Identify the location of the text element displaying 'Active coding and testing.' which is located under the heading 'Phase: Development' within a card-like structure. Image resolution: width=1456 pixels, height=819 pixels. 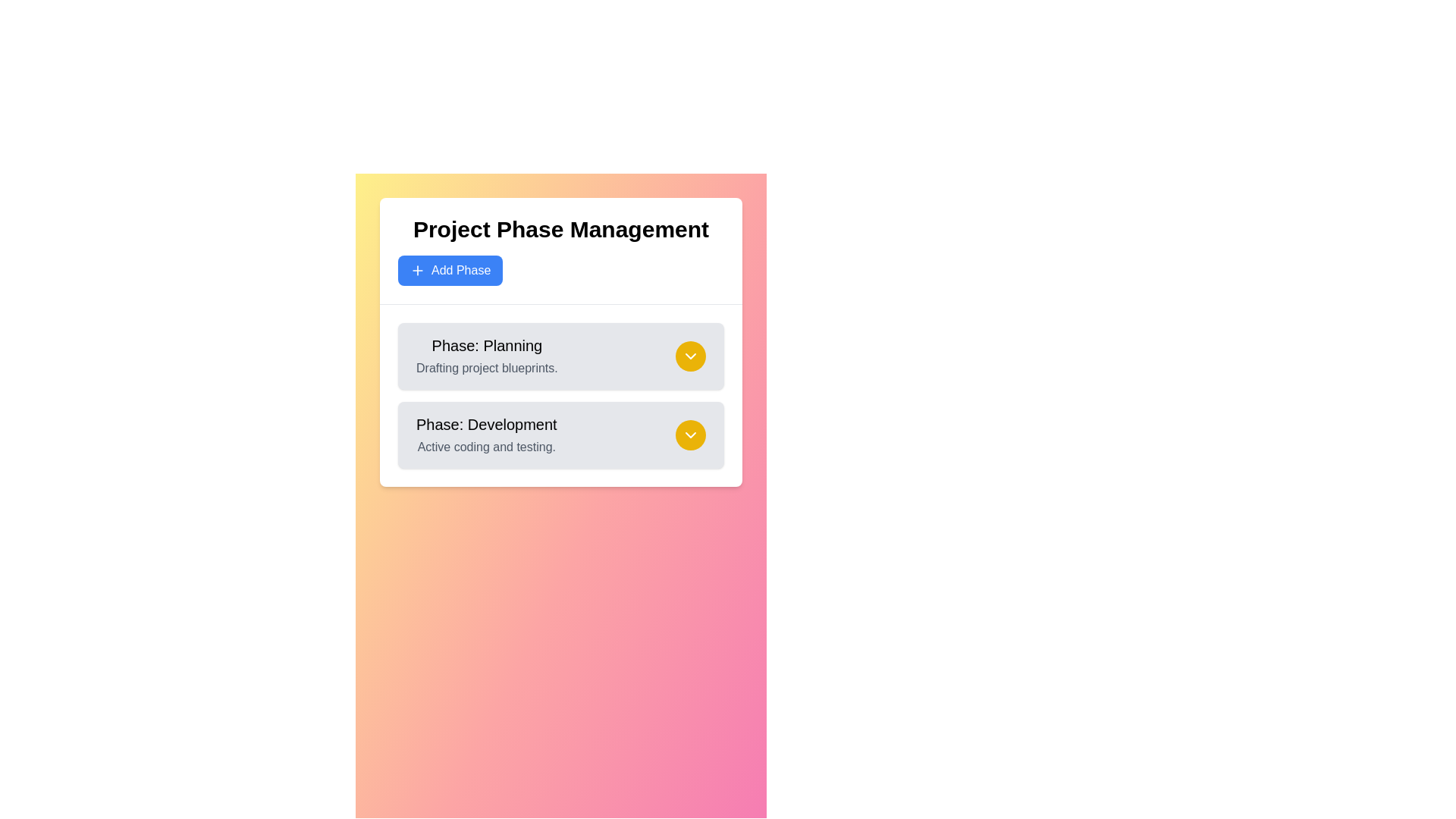
(486, 447).